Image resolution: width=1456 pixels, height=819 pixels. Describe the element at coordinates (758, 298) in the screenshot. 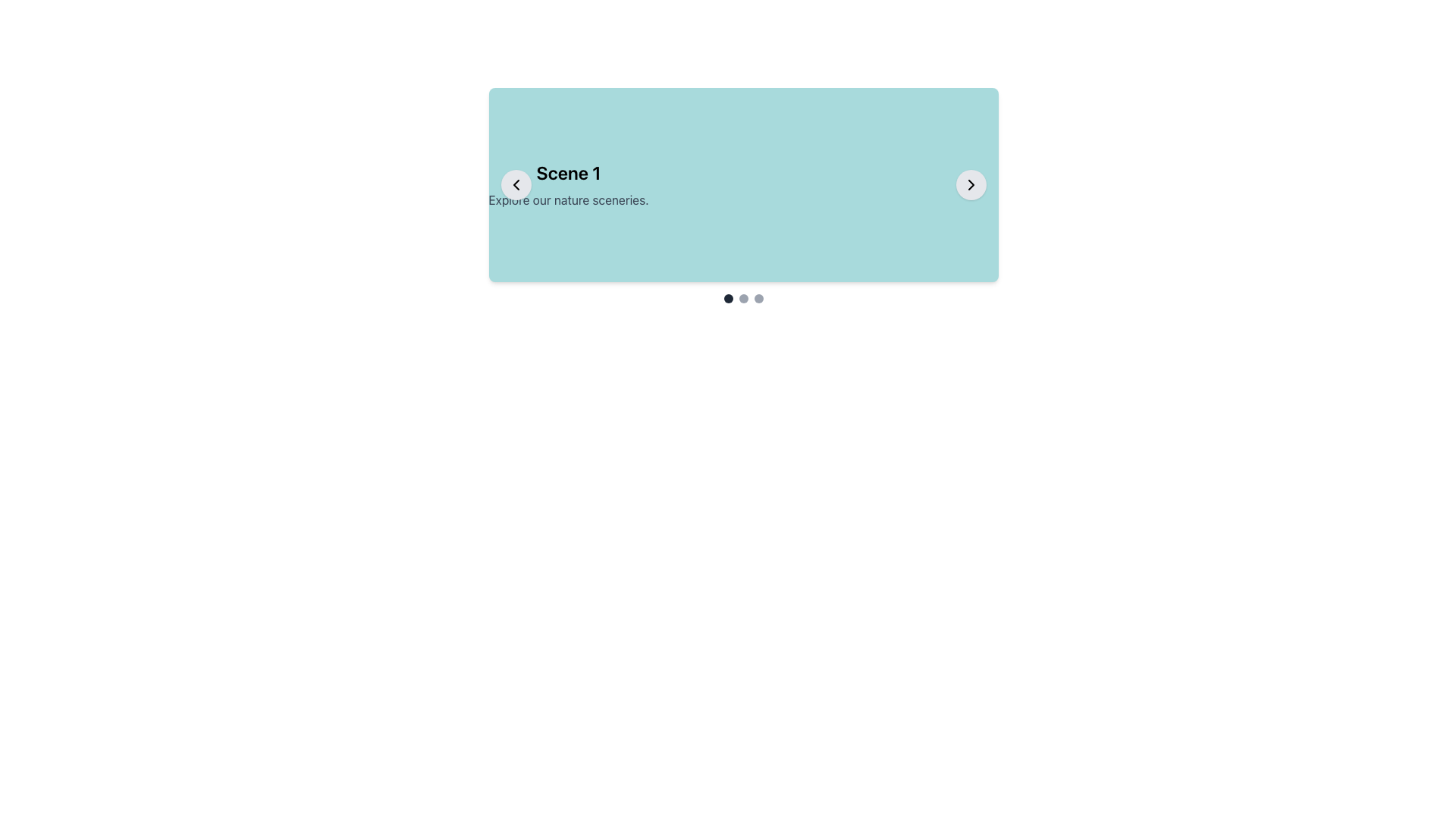

I see `the third gray circular dot of the Navigation Indicator` at that location.